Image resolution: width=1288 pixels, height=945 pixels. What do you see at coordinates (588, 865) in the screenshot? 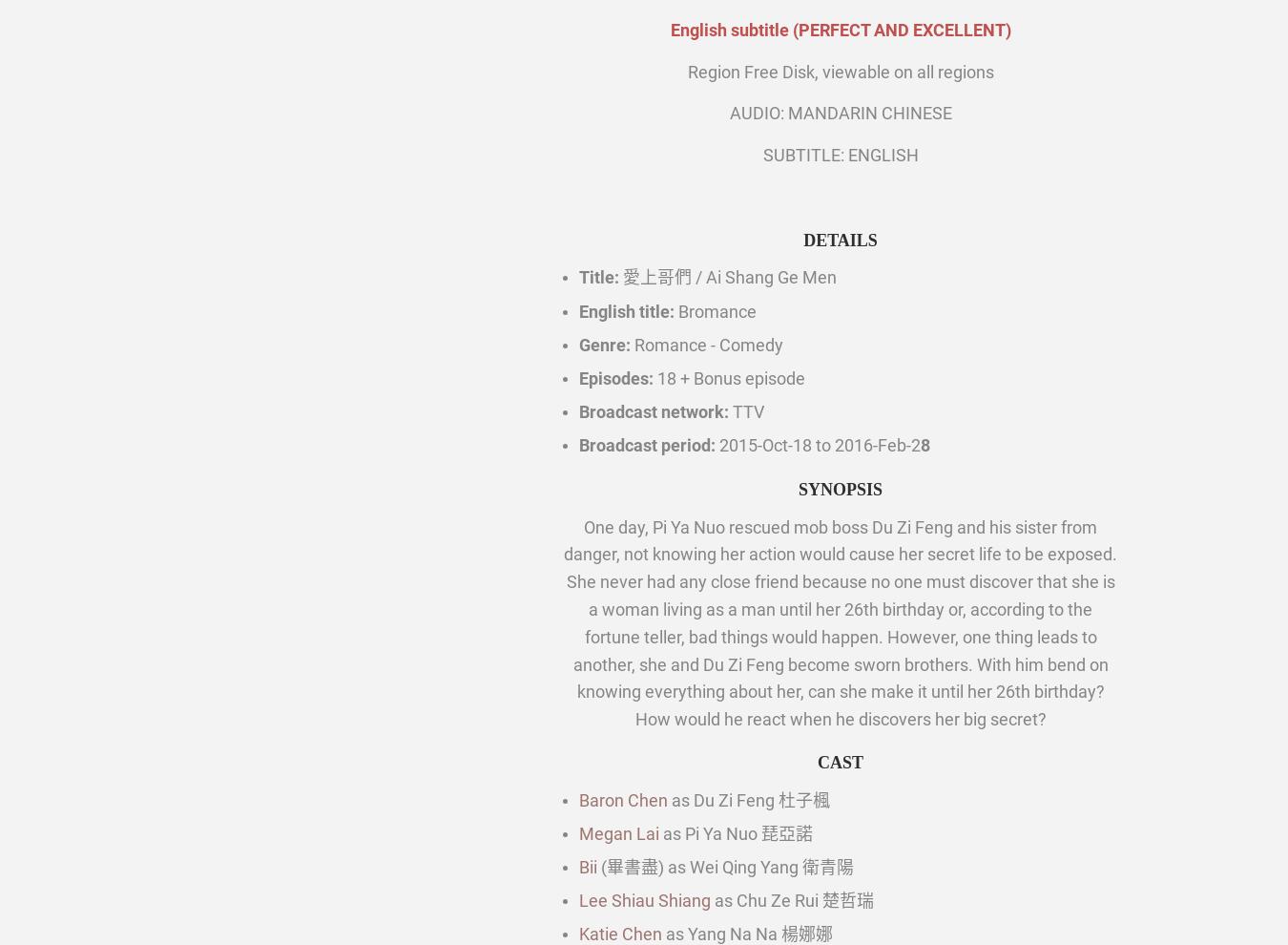
I see `'Bii'` at bounding box center [588, 865].